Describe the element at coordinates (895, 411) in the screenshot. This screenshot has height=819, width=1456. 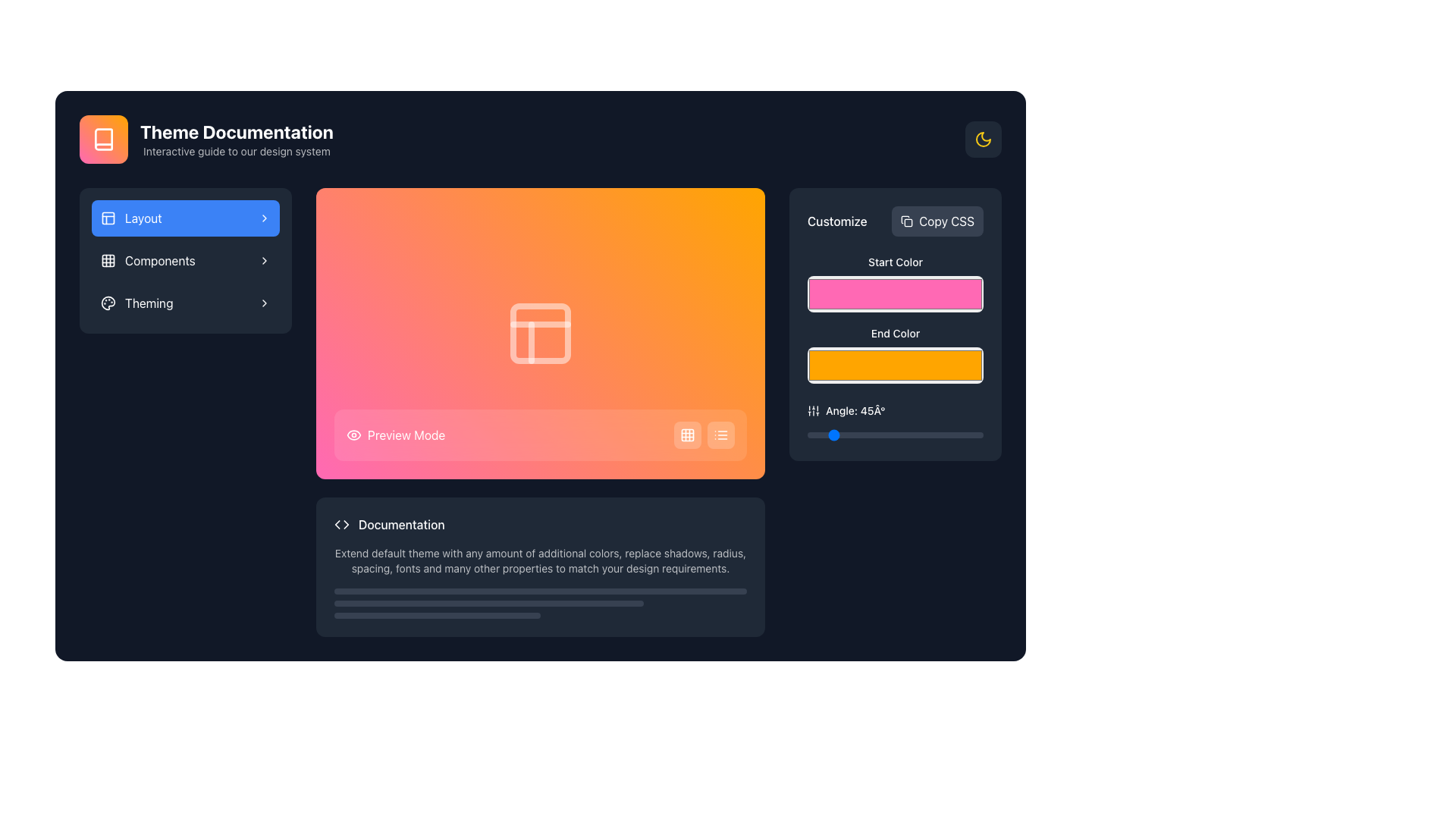
I see `the text label displaying 'Angle: 45Â°' with the adjacent vertical slider icon in the 'Customize' section` at that location.